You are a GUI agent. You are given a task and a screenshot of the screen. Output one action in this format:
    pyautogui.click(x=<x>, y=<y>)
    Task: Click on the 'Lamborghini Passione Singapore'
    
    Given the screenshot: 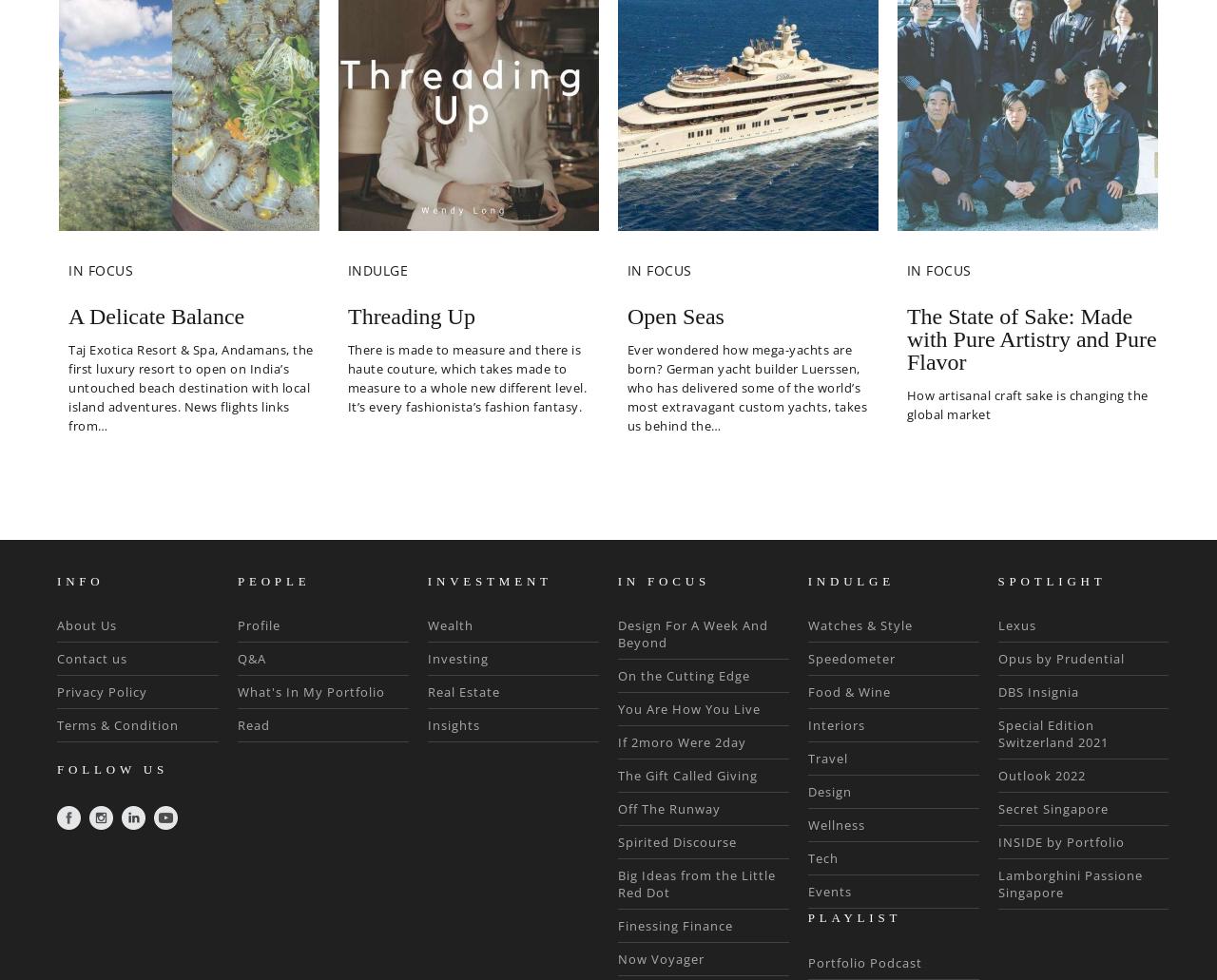 What is the action you would take?
    pyautogui.click(x=1069, y=882)
    